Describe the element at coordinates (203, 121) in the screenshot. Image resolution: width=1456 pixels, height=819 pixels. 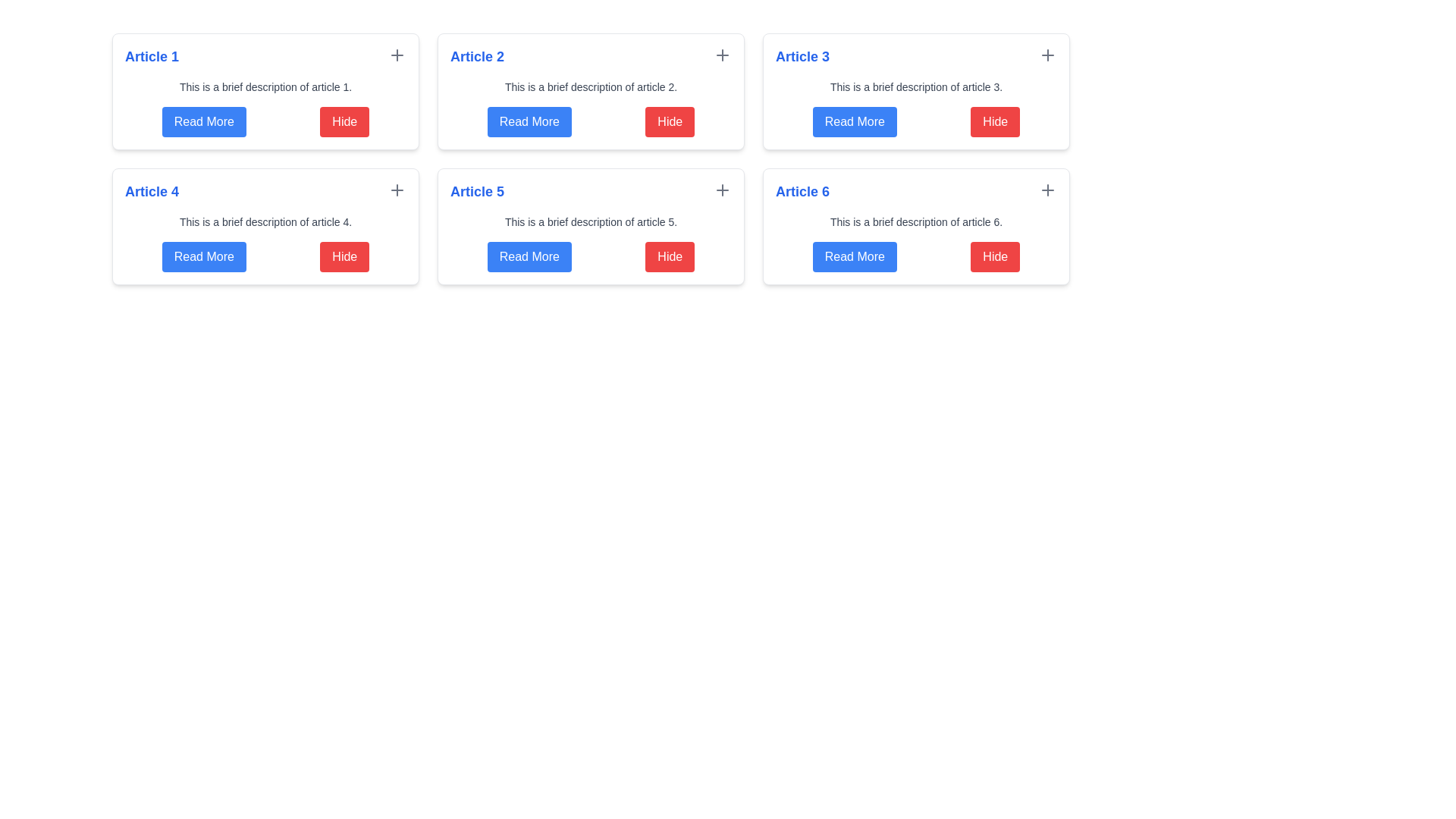
I see `the blue 'Read More' button with rounded corners` at that location.